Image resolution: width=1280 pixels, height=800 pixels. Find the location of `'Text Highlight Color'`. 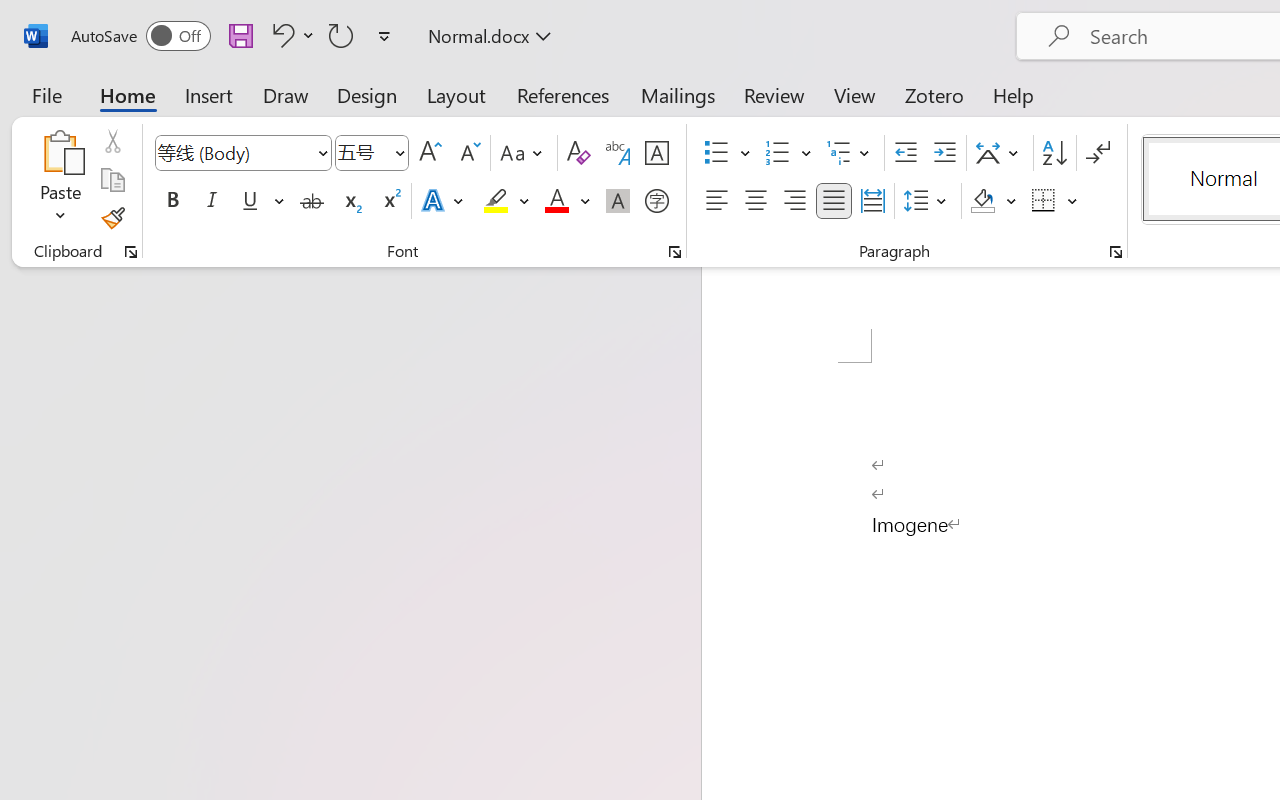

'Text Highlight Color' is located at coordinates (506, 201).